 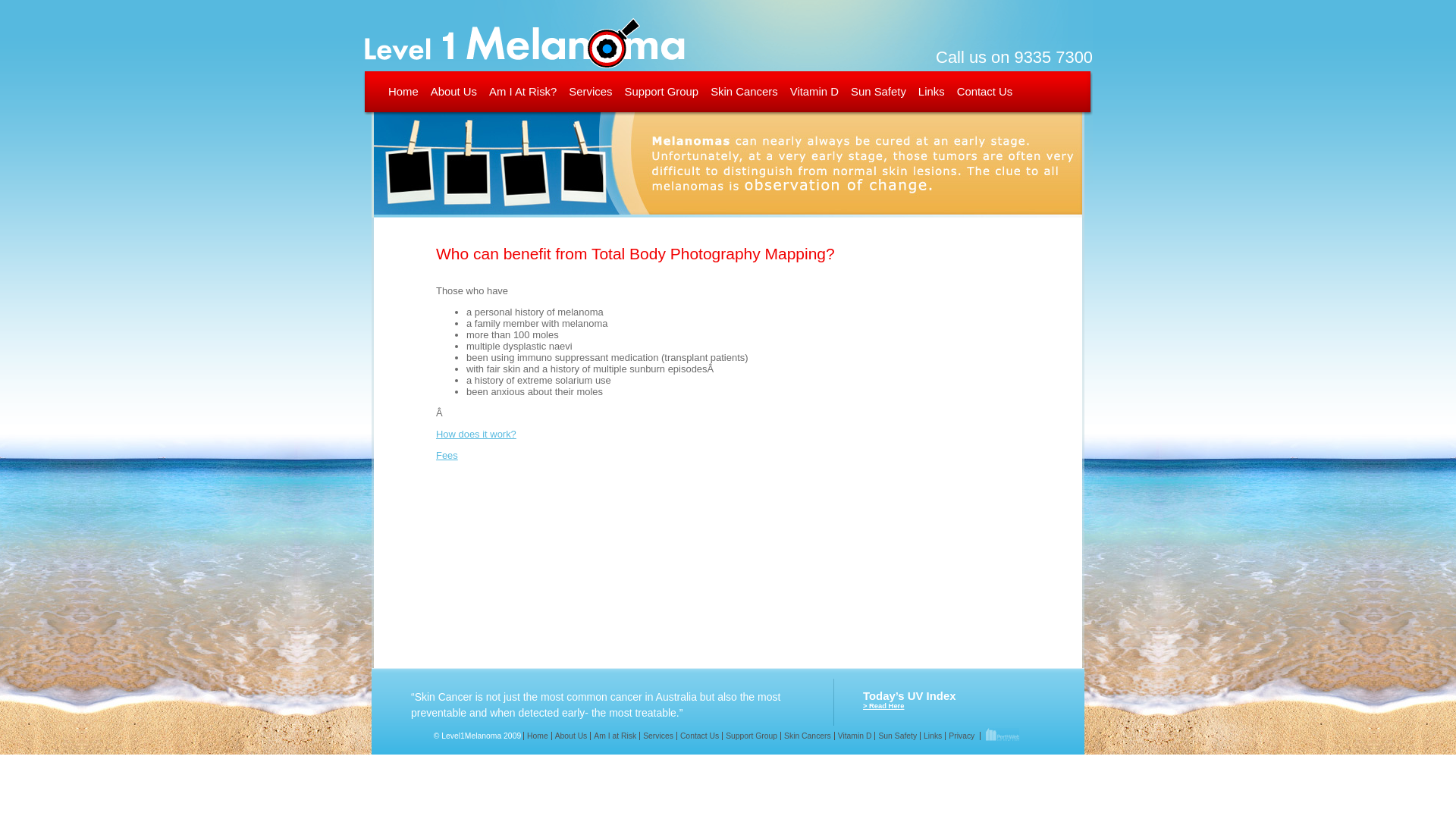 What do you see at coordinates (814, 91) in the screenshot?
I see `'Vitamin D'` at bounding box center [814, 91].